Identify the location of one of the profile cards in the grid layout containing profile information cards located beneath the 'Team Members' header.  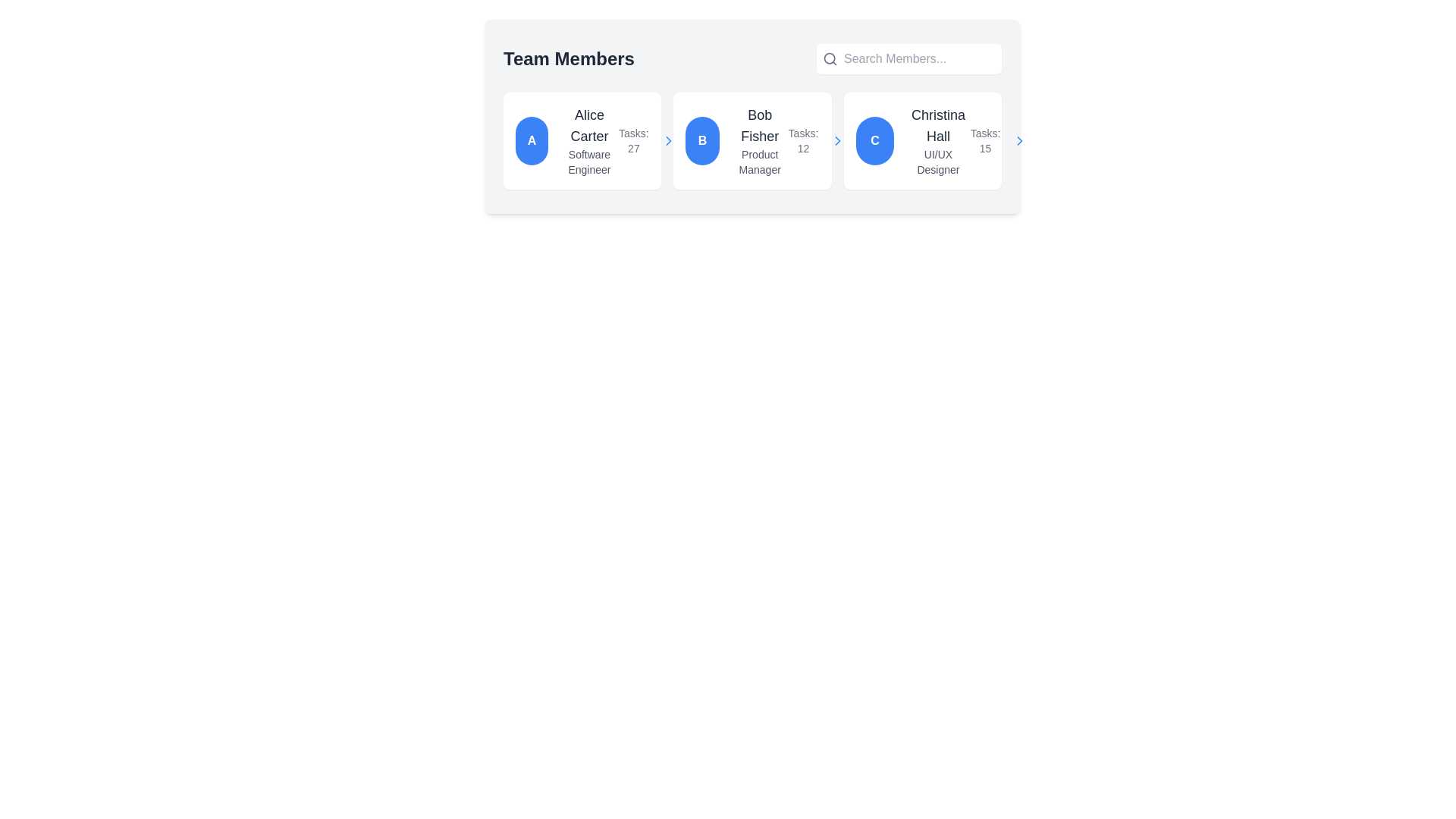
(752, 140).